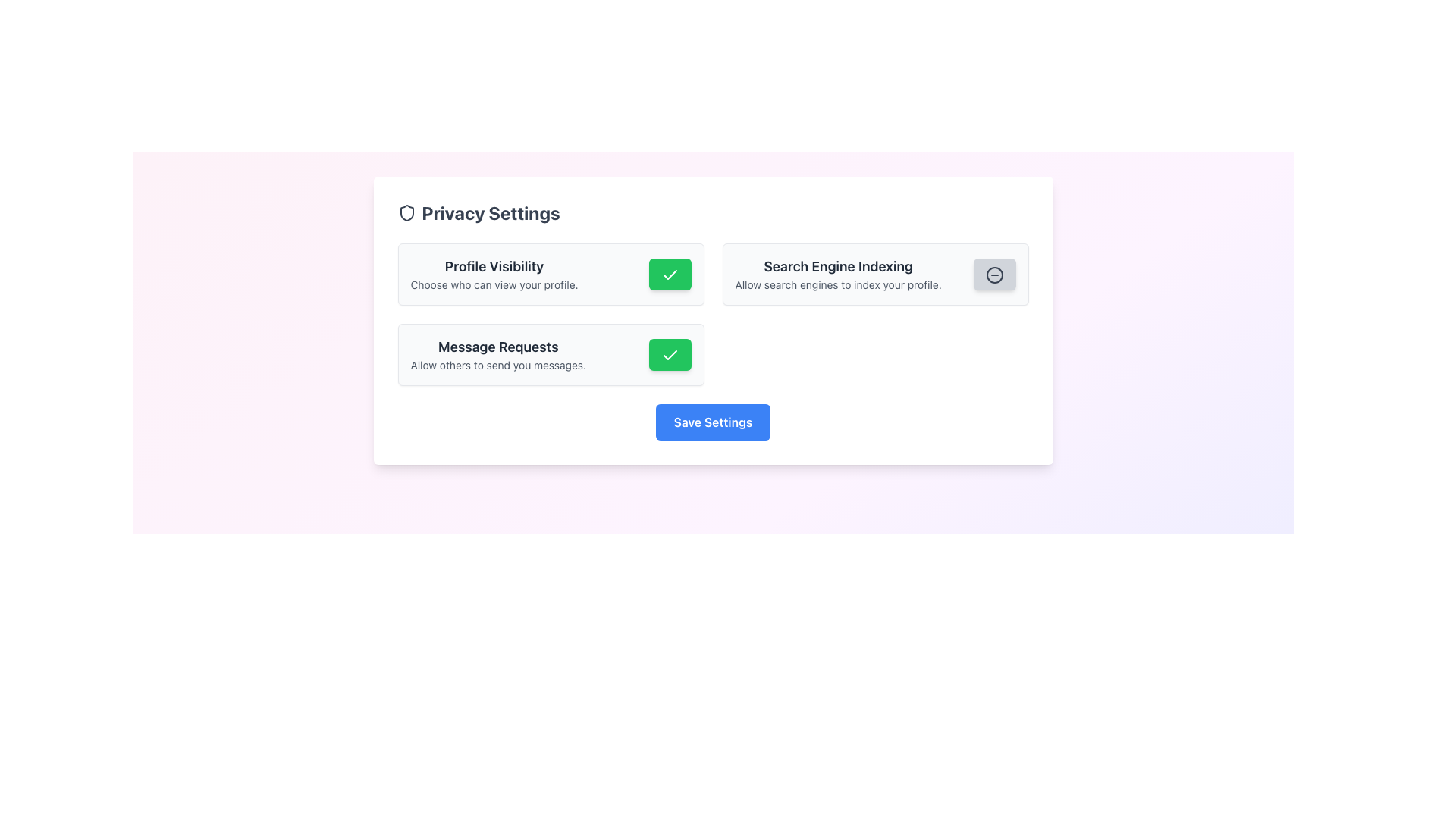 The image size is (1456, 819). Describe the element at coordinates (837, 284) in the screenshot. I see `the text element that provides additional information for the 'Search Engine Indexing' option, located below the heading in the privacy settings interface` at that location.